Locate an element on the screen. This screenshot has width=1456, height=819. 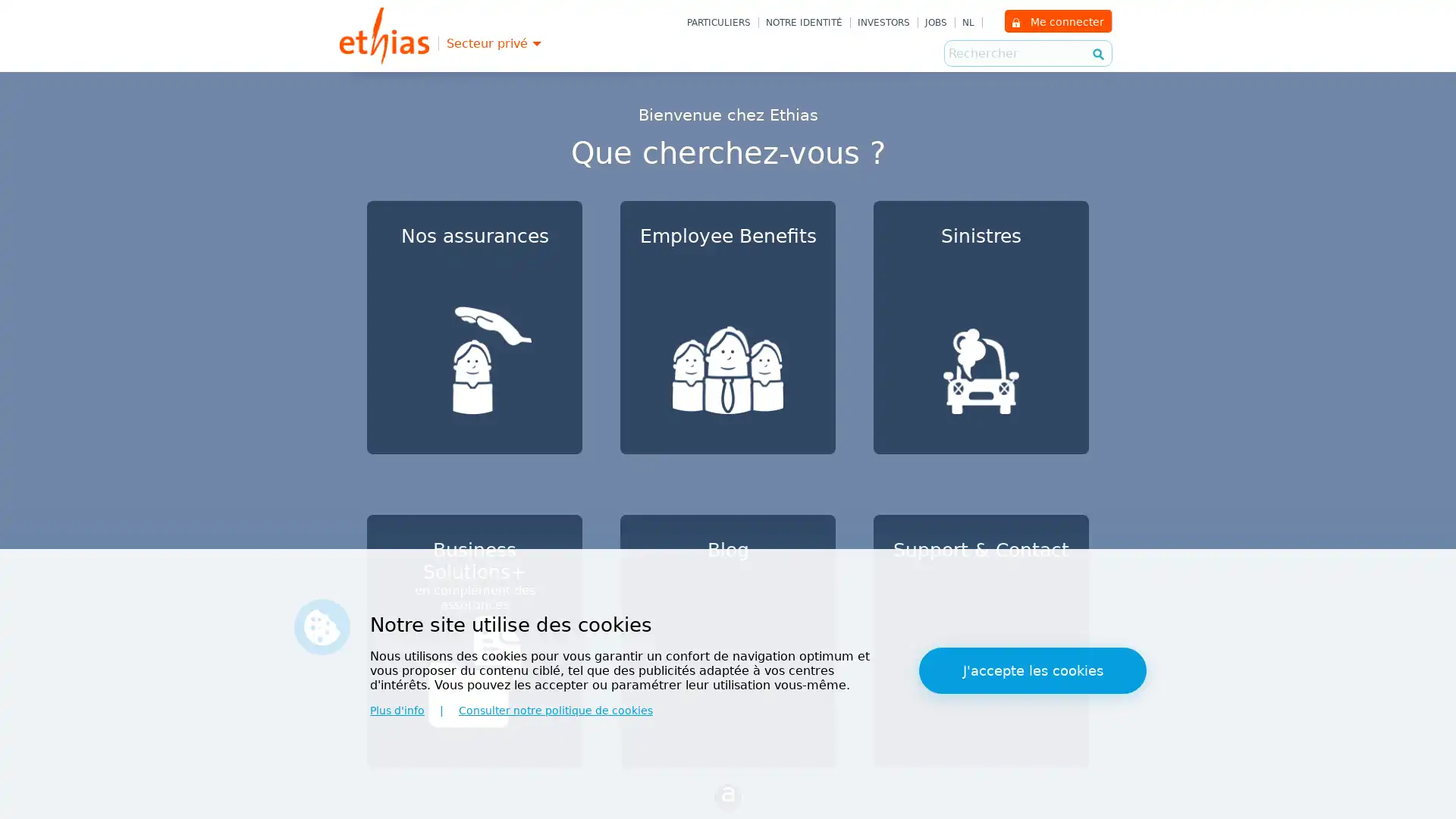
J'accepte les cookies is located at coordinates (1032, 669).